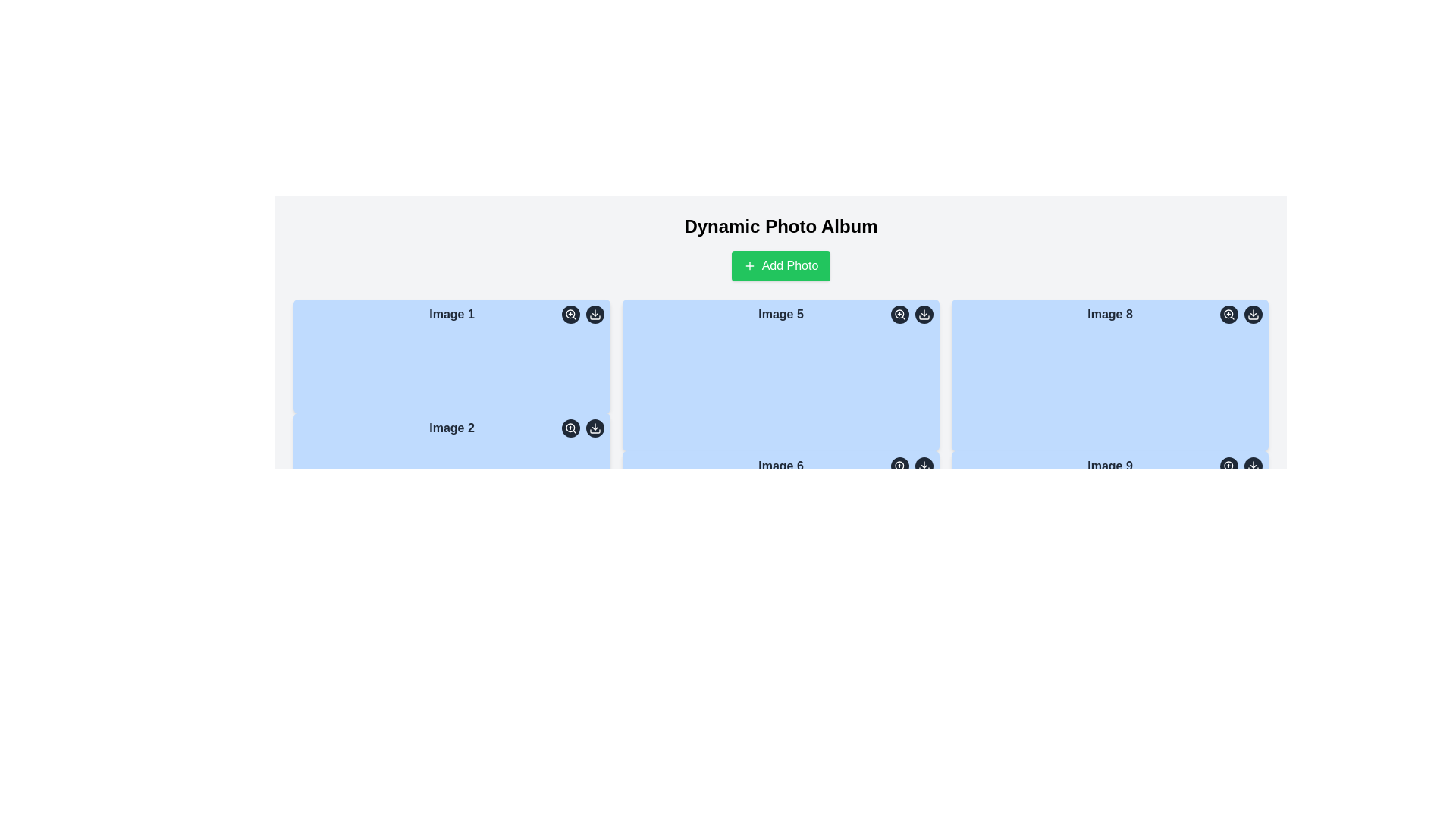 The height and width of the screenshot is (819, 1456). What do you see at coordinates (1110, 314) in the screenshot?
I see `the text label reading 'Image 8' which is styled with a bold font and dark gray color, located at the top-center of a light blue background area` at bounding box center [1110, 314].